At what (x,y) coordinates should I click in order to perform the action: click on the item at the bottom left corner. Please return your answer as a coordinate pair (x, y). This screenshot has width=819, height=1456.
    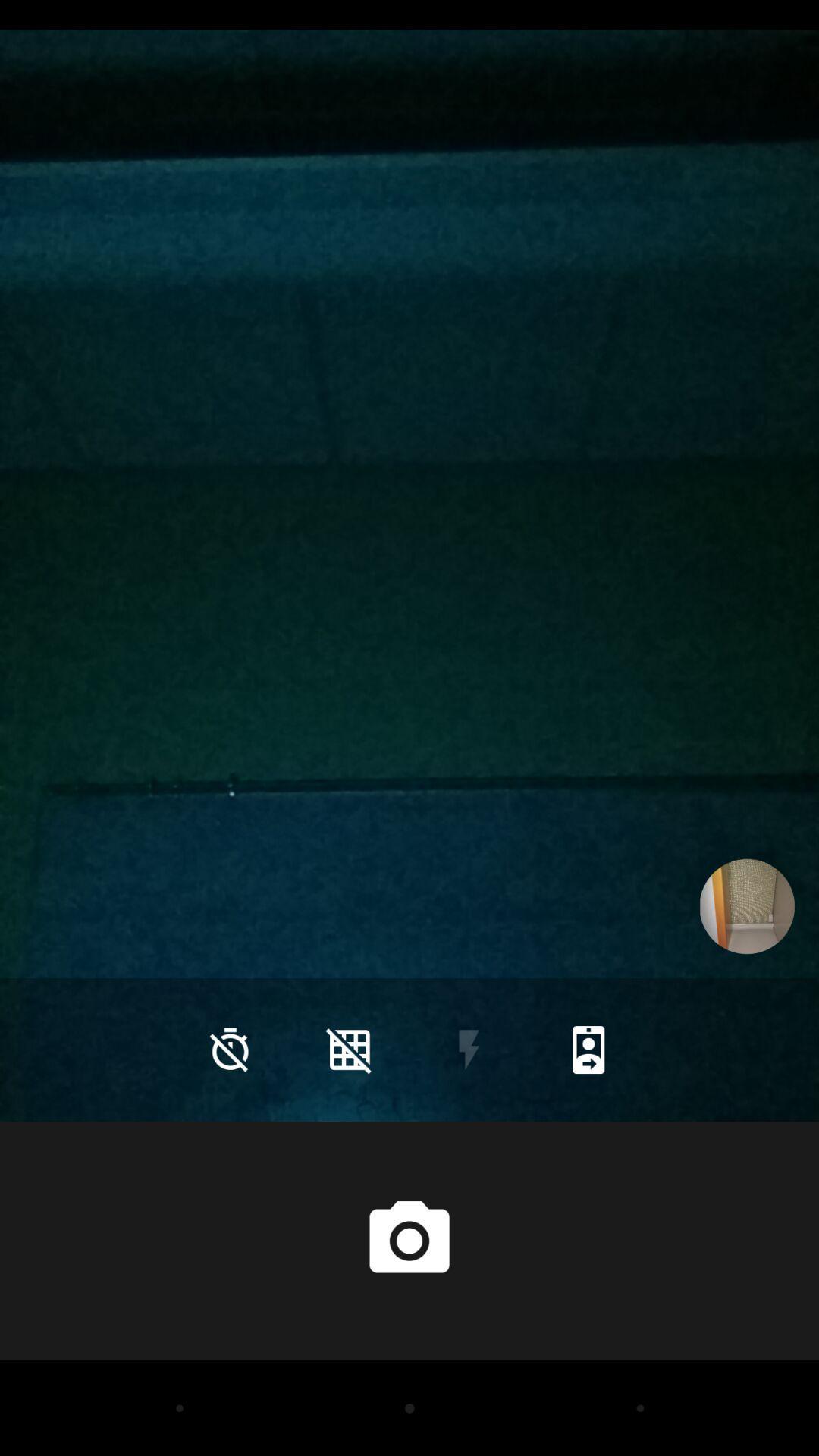
    Looking at the image, I should click on (230, 1049).